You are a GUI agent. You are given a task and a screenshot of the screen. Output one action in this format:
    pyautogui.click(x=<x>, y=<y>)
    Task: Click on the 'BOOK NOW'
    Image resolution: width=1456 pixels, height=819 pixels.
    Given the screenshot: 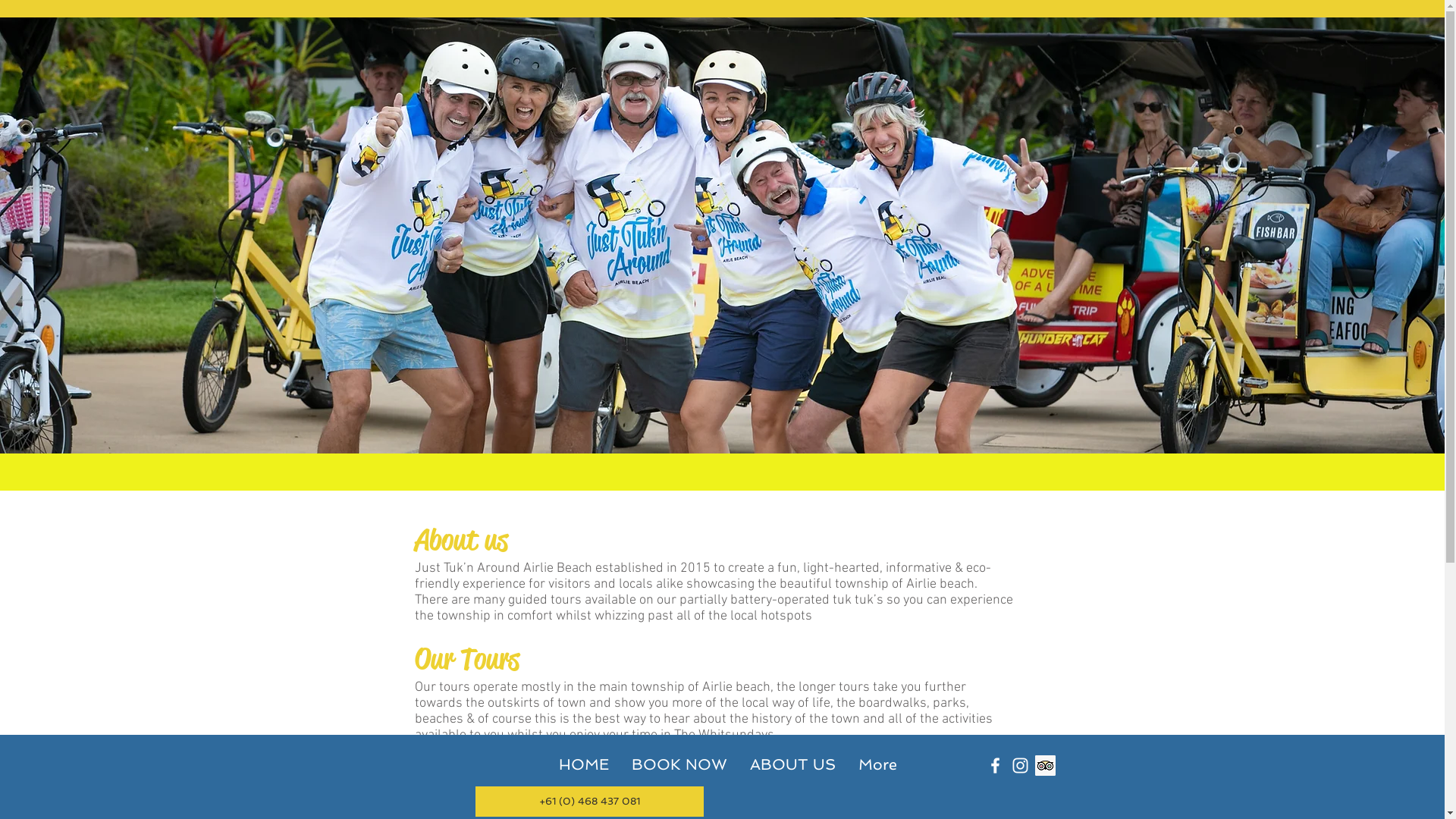 What is the action you would take?
    pyautogui.click(x=679, y=764)
    